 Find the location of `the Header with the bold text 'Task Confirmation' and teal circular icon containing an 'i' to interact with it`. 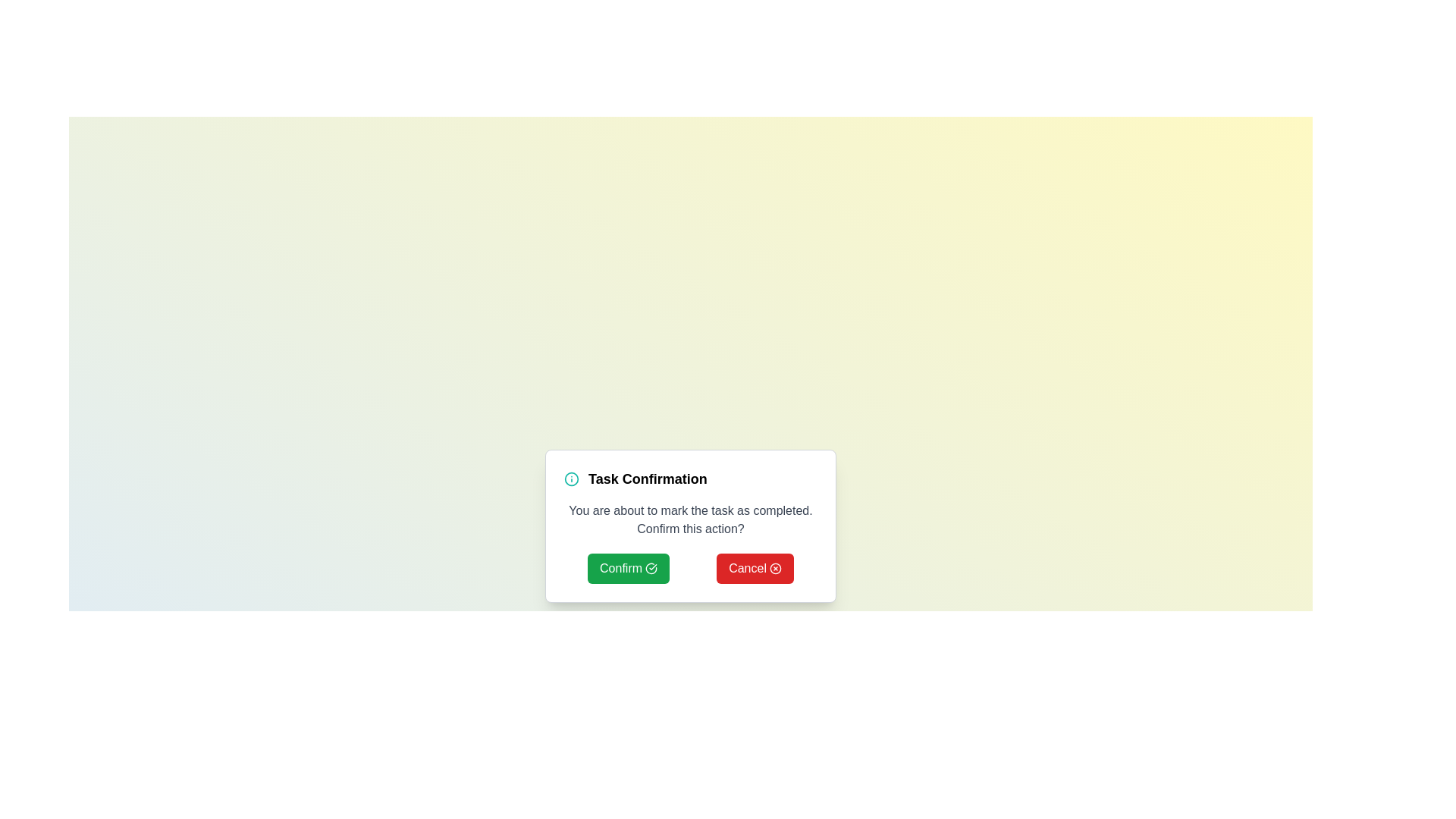

the Header with the bold text 'Task Confirmation' and teal circular icon containing an 'i' to interact with it is located at coordinates (690, 479).